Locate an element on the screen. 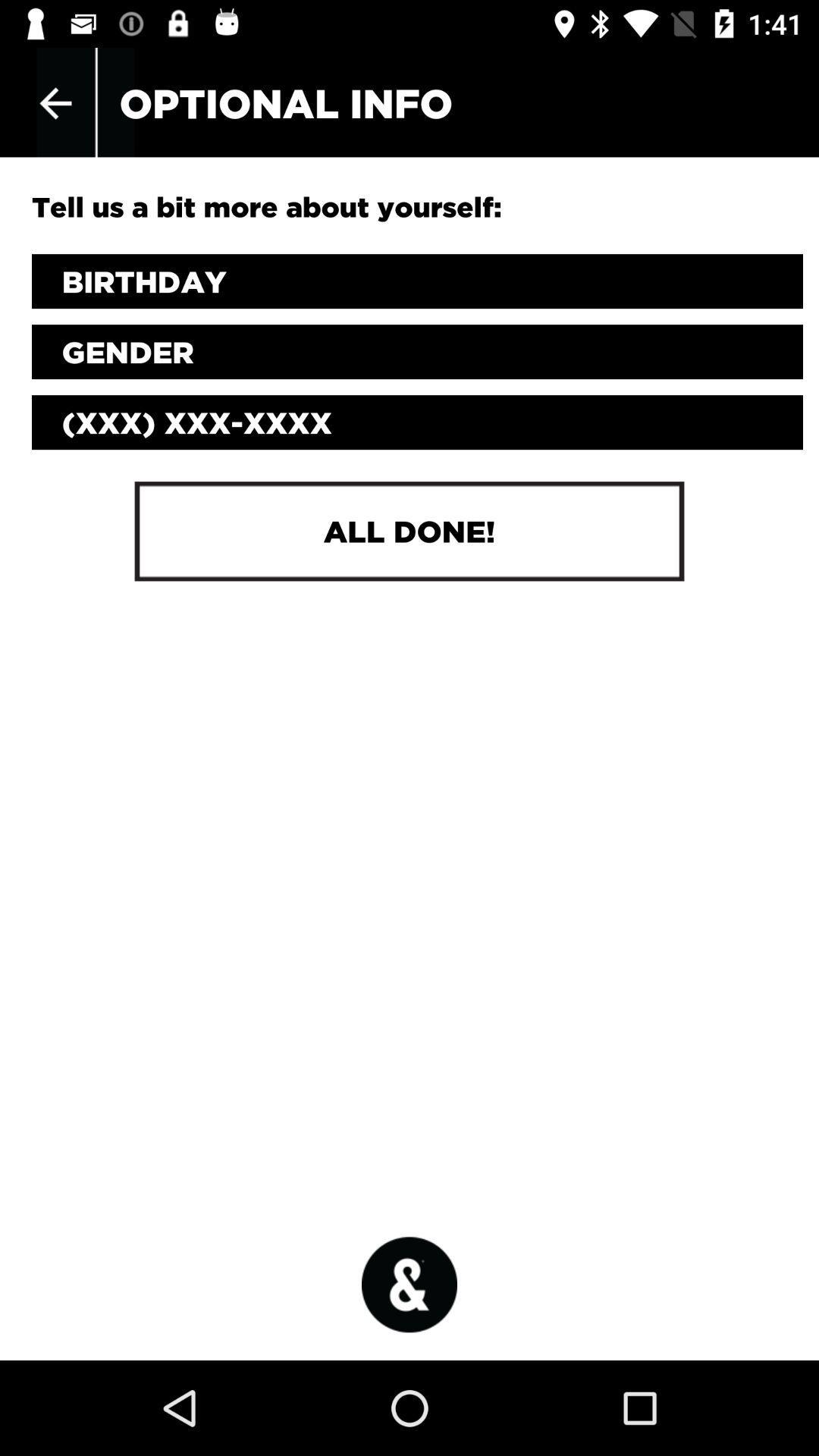 The width and height of the screenshot is (819, 1456). your gender is located at coordinates (417, 351).